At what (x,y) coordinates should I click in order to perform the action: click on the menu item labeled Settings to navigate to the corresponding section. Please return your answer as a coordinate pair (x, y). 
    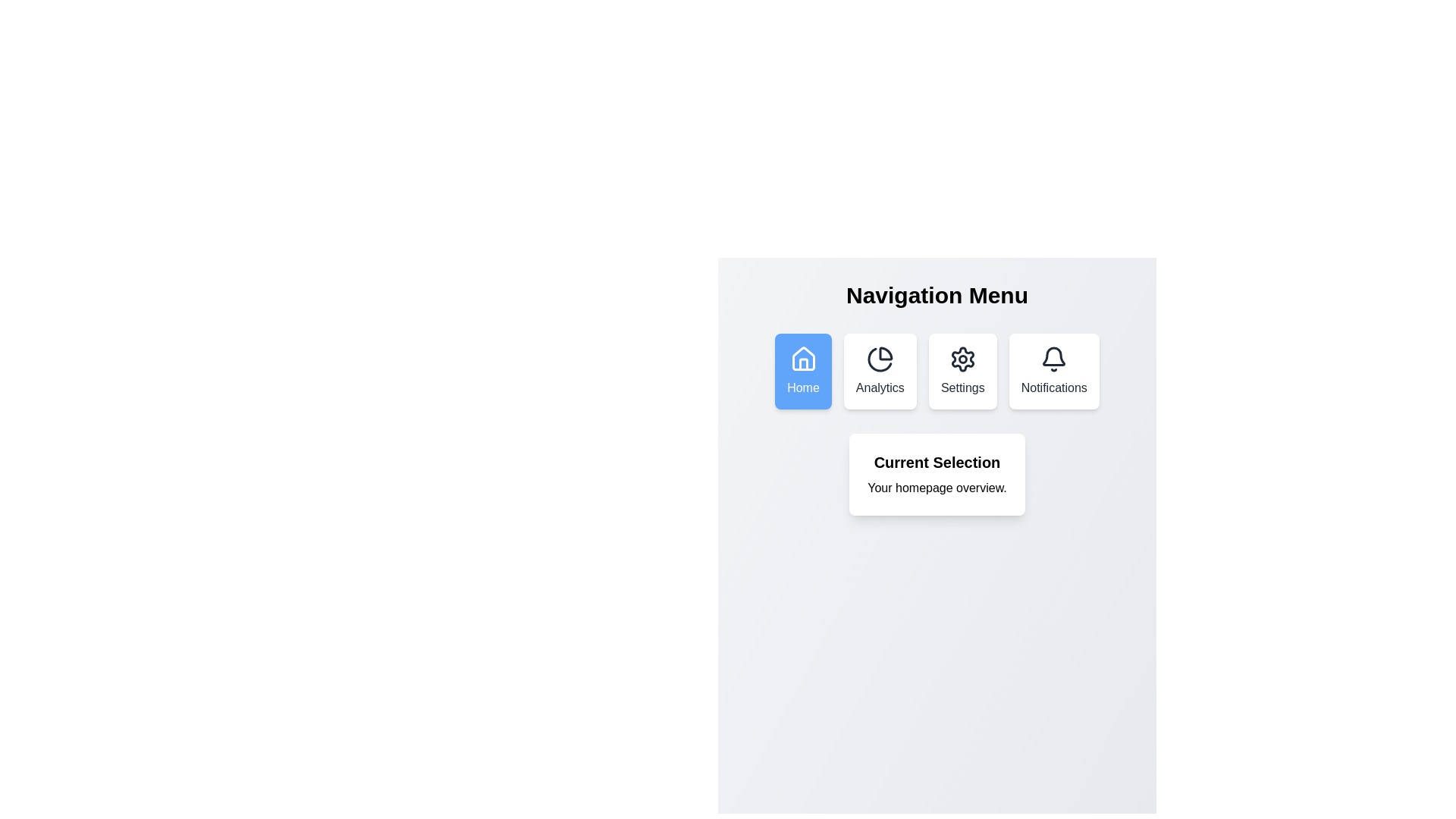
    Looking at the image, I should click on (962, 371).